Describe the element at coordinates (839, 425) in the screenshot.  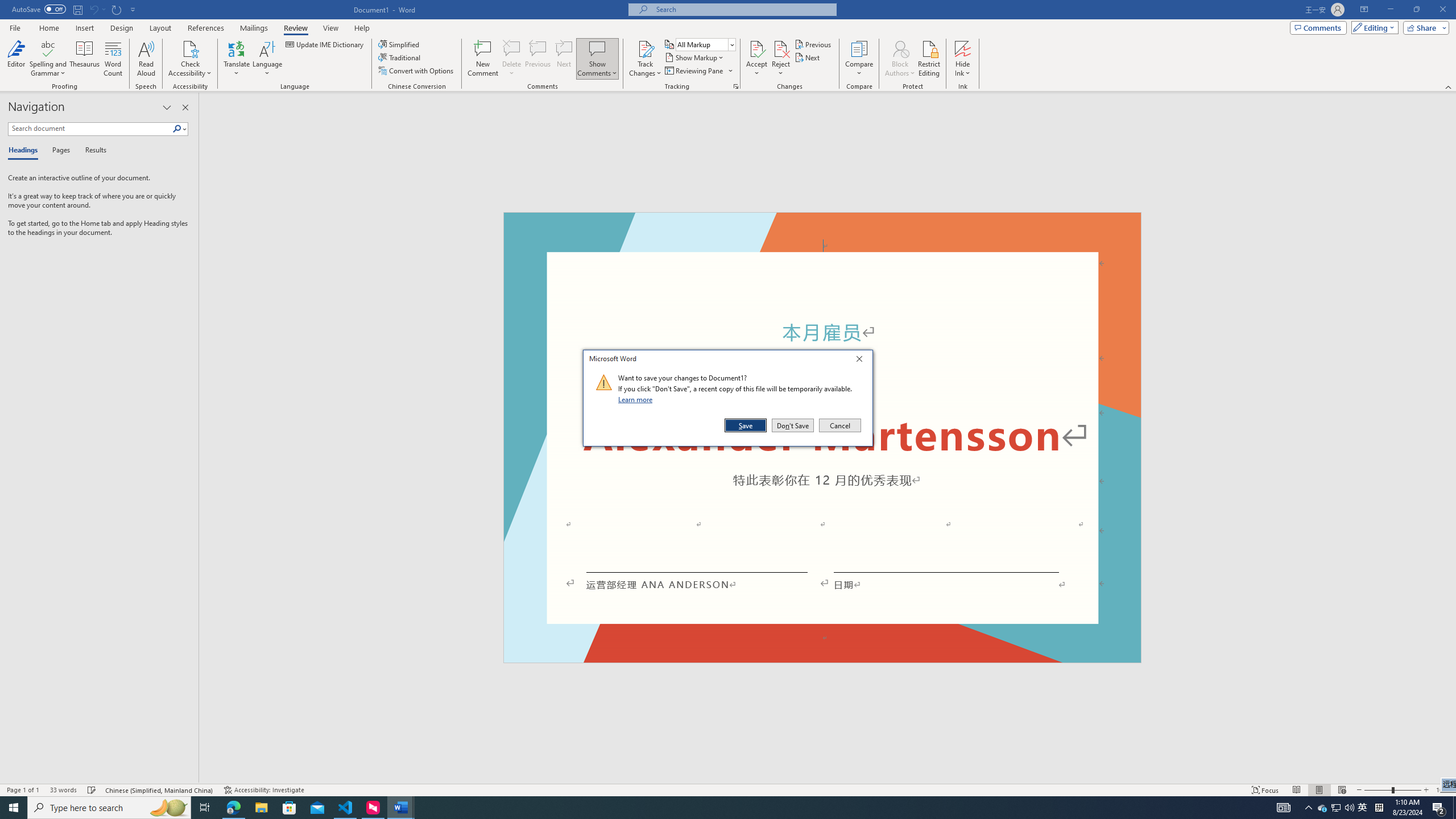
I see `'Cancel'` at that location.